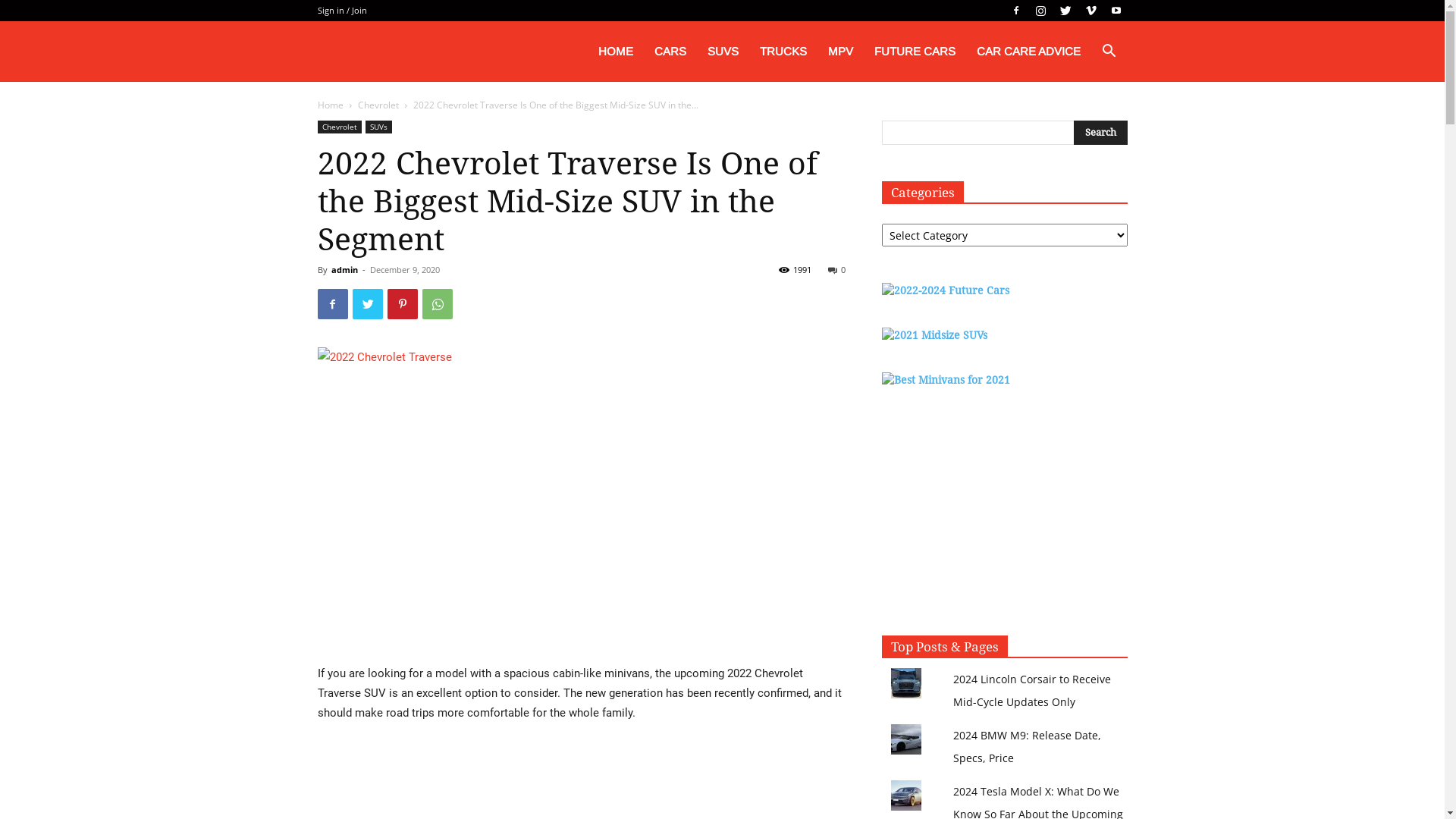 The width and height of the screenshot is (1456, 819). What do you see at coordinates (783, 51) in the screenshot?
I see `'TRUCKS'` at bounding box center [783, 51].